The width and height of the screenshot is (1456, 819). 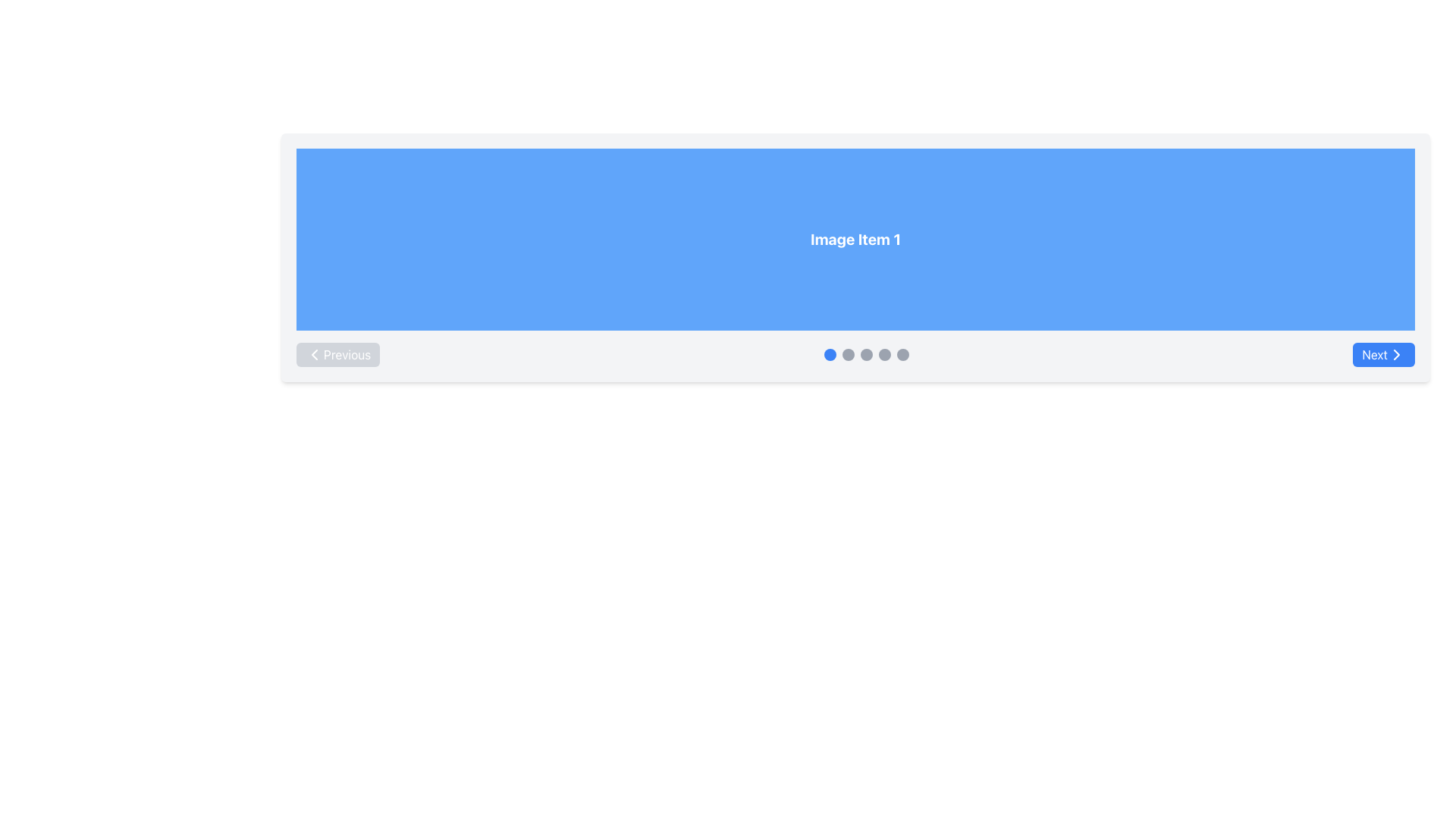 What do you see at coordinates (847, 354) in the screenshot?
I see `the second circular icon indicator with a gray background, located centrally near the bottom of the interface` at bounding box center [847, 354].